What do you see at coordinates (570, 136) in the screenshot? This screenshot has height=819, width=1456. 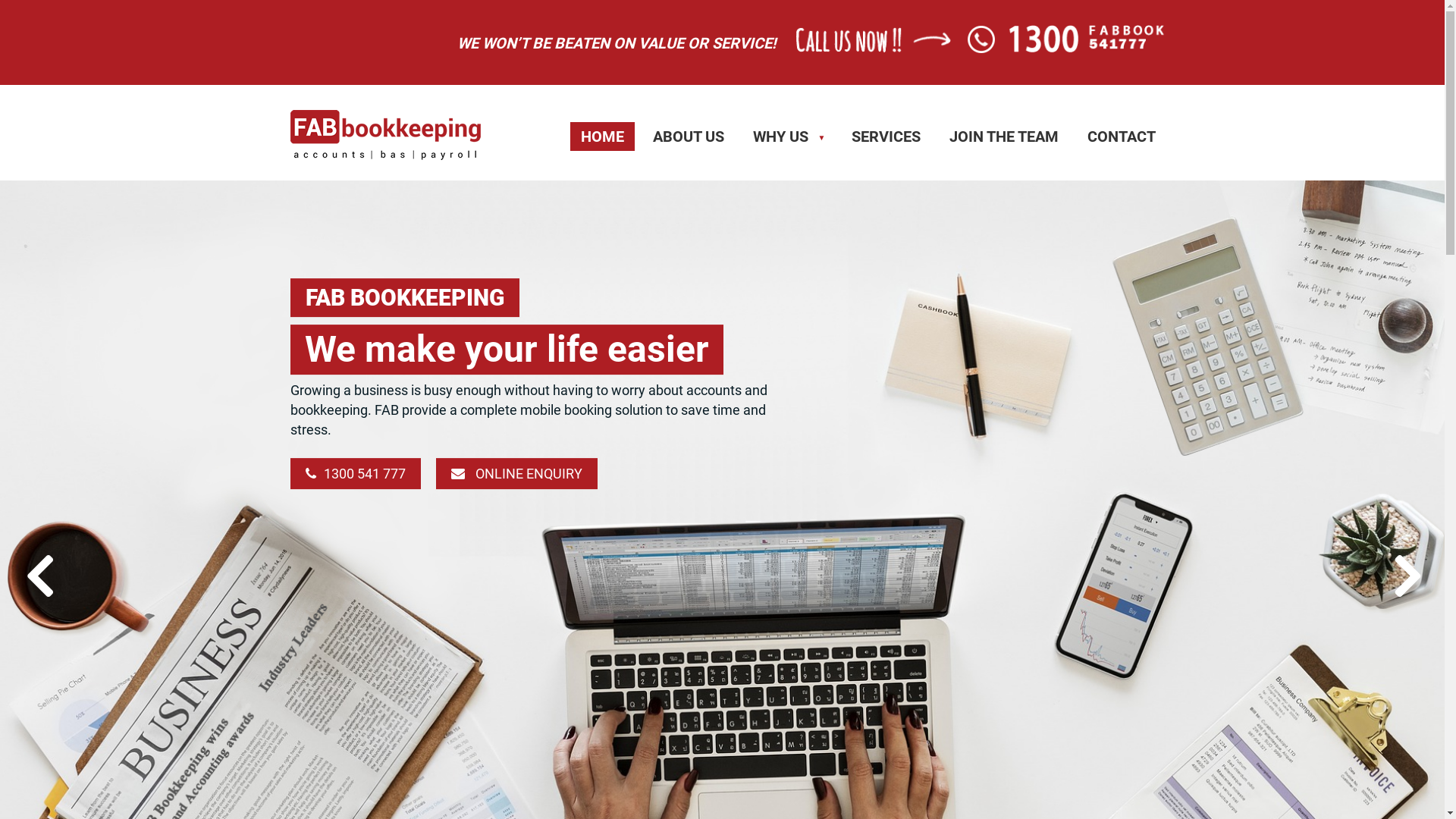 I see `'HOME'` at bounding box center [570, 136].